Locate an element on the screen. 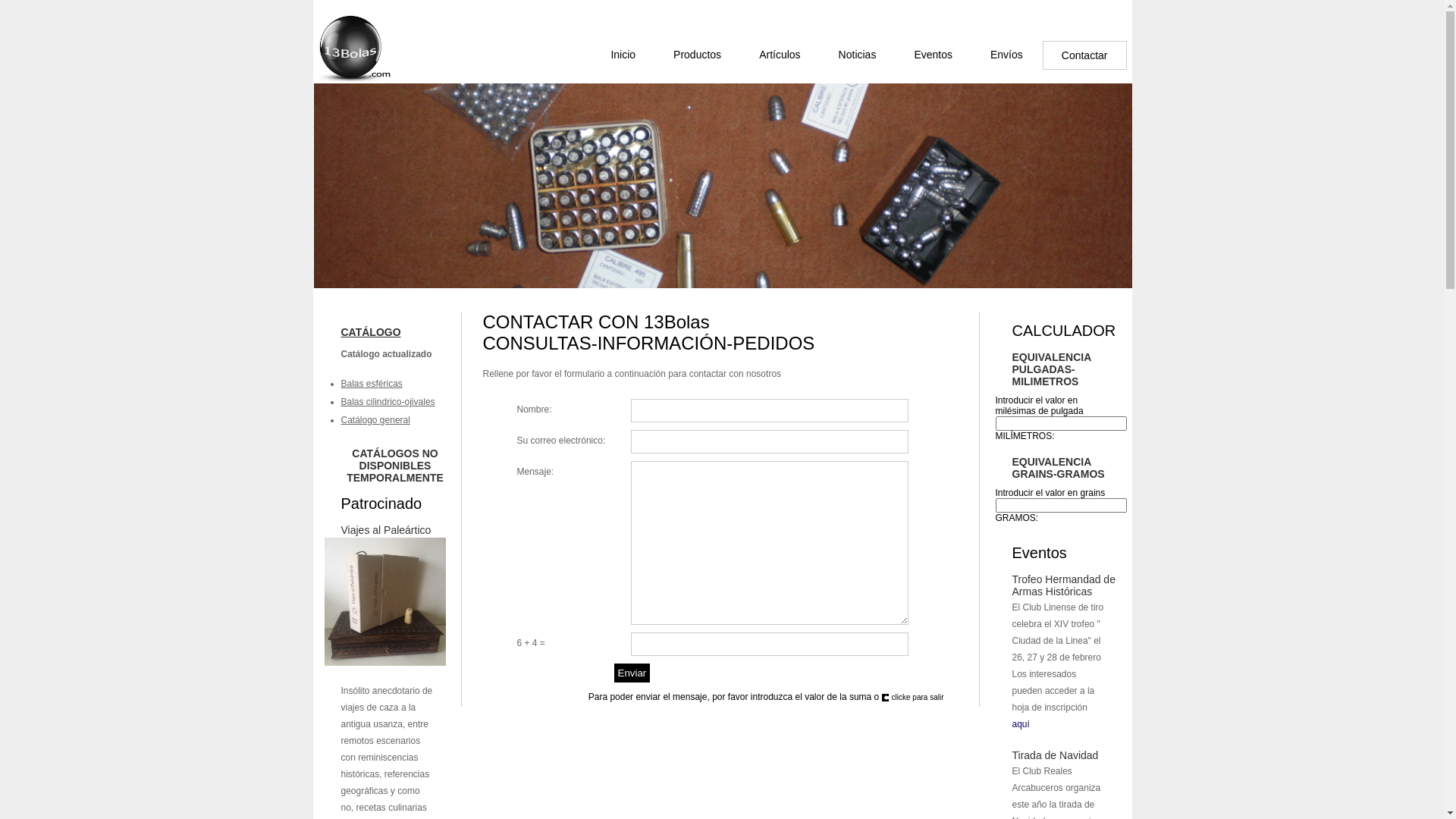 The width and height of the screenshot is (1456, 819). 'Introducir el valor en grains' is located at coordinates (1049, 493).